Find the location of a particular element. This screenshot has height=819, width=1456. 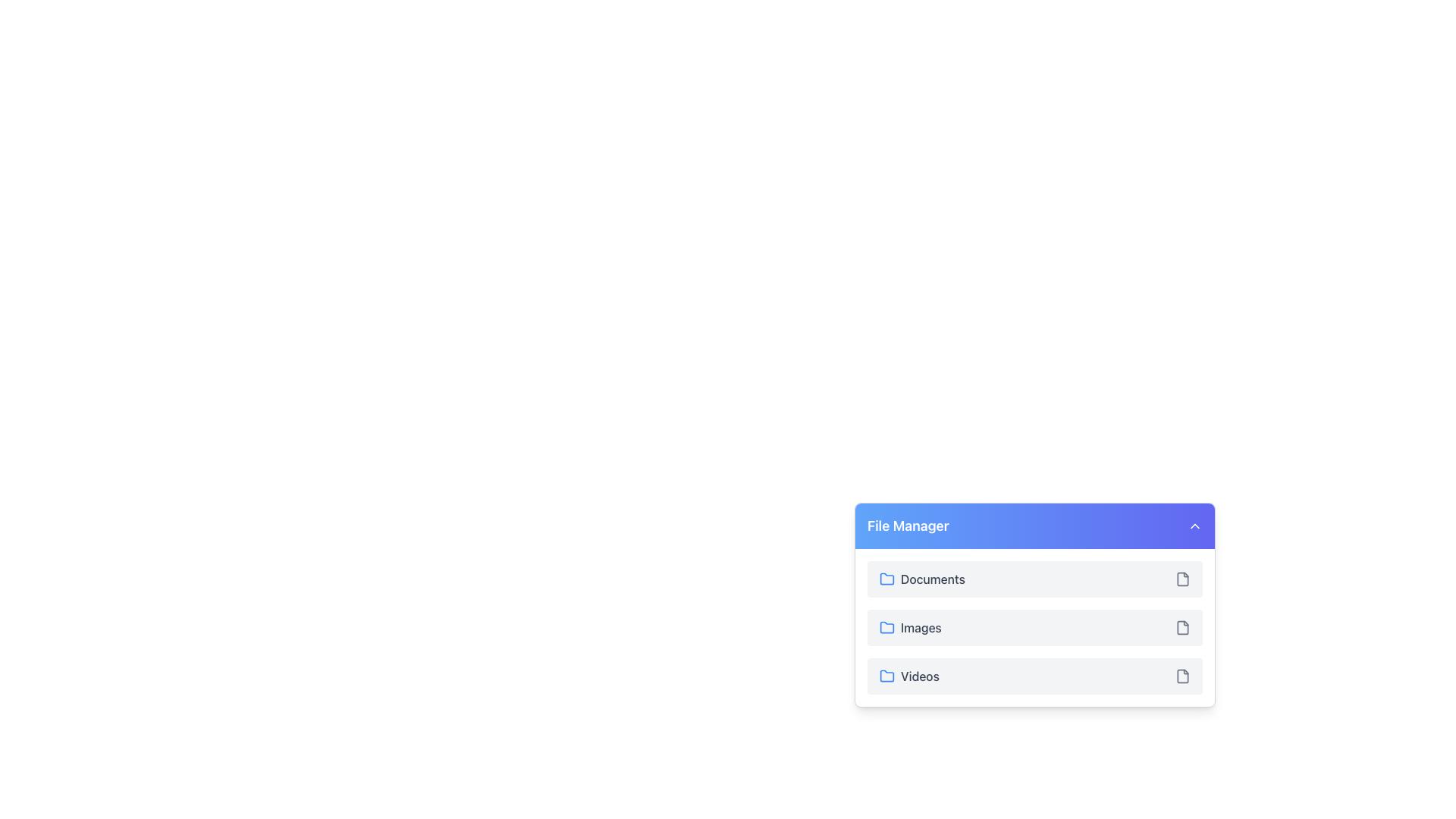

the text label displaying 'Videos' in the 'File Manager' section, which is styled with a medium-weight font and accompanied by a blue folder icon is located at coordinates (909, 675).